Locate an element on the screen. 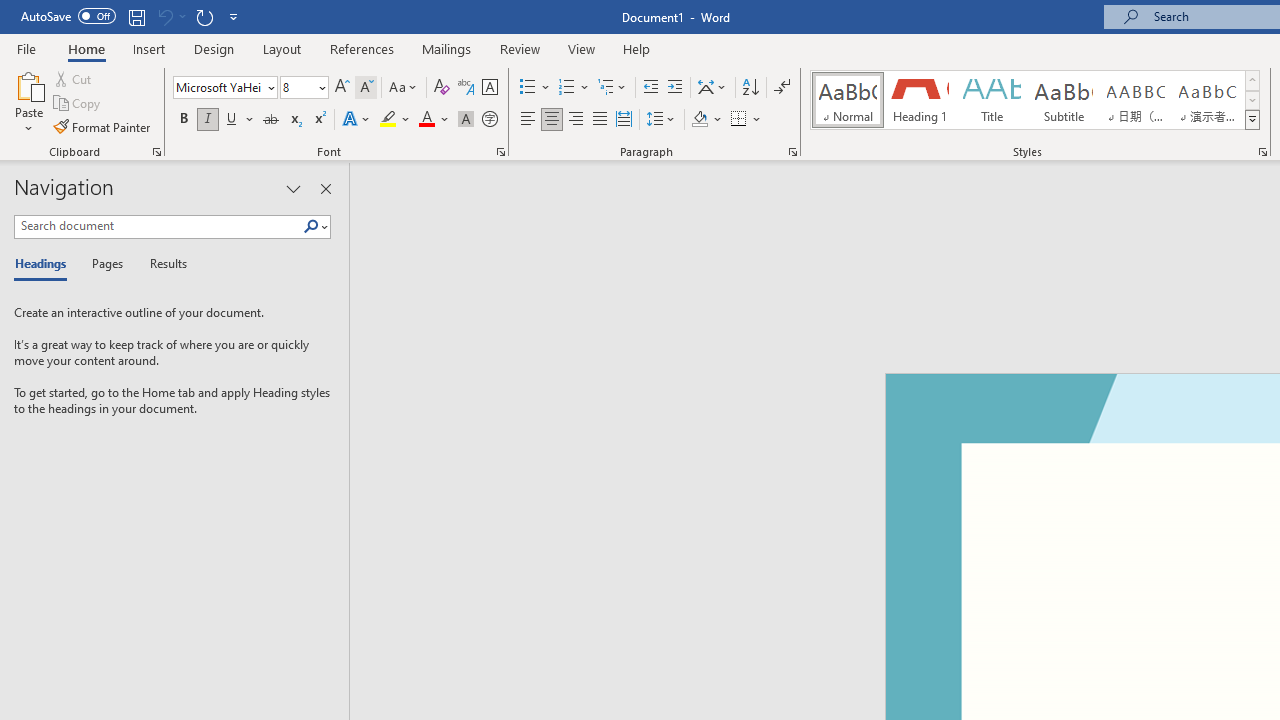 This screenshot has width=1280, height=720. 'Font...' is located at coordinates (501, 150).